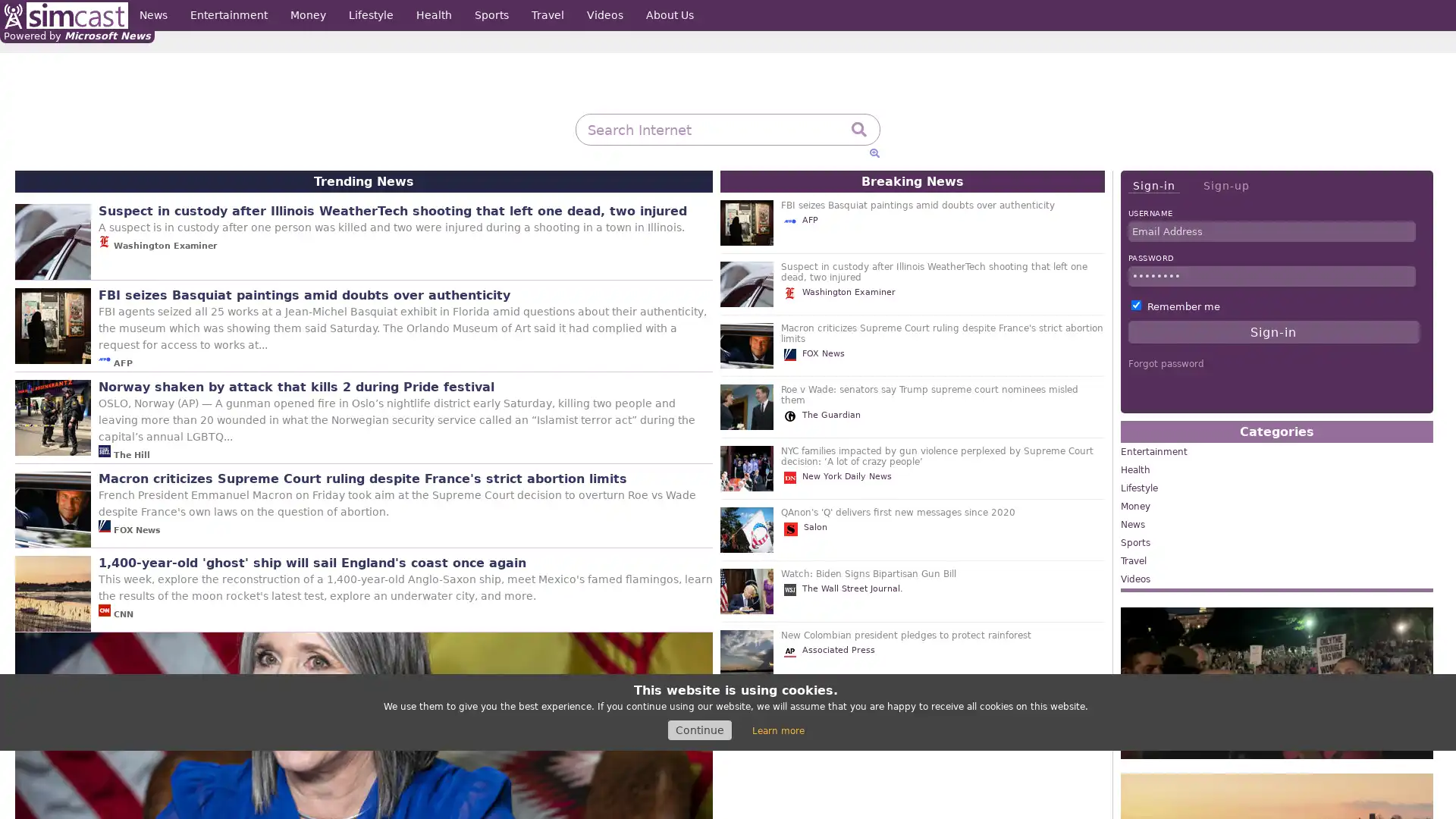 The width and height of the screenshot is (1456, 819). I want to click on Sign-up, so click(1225, 185).